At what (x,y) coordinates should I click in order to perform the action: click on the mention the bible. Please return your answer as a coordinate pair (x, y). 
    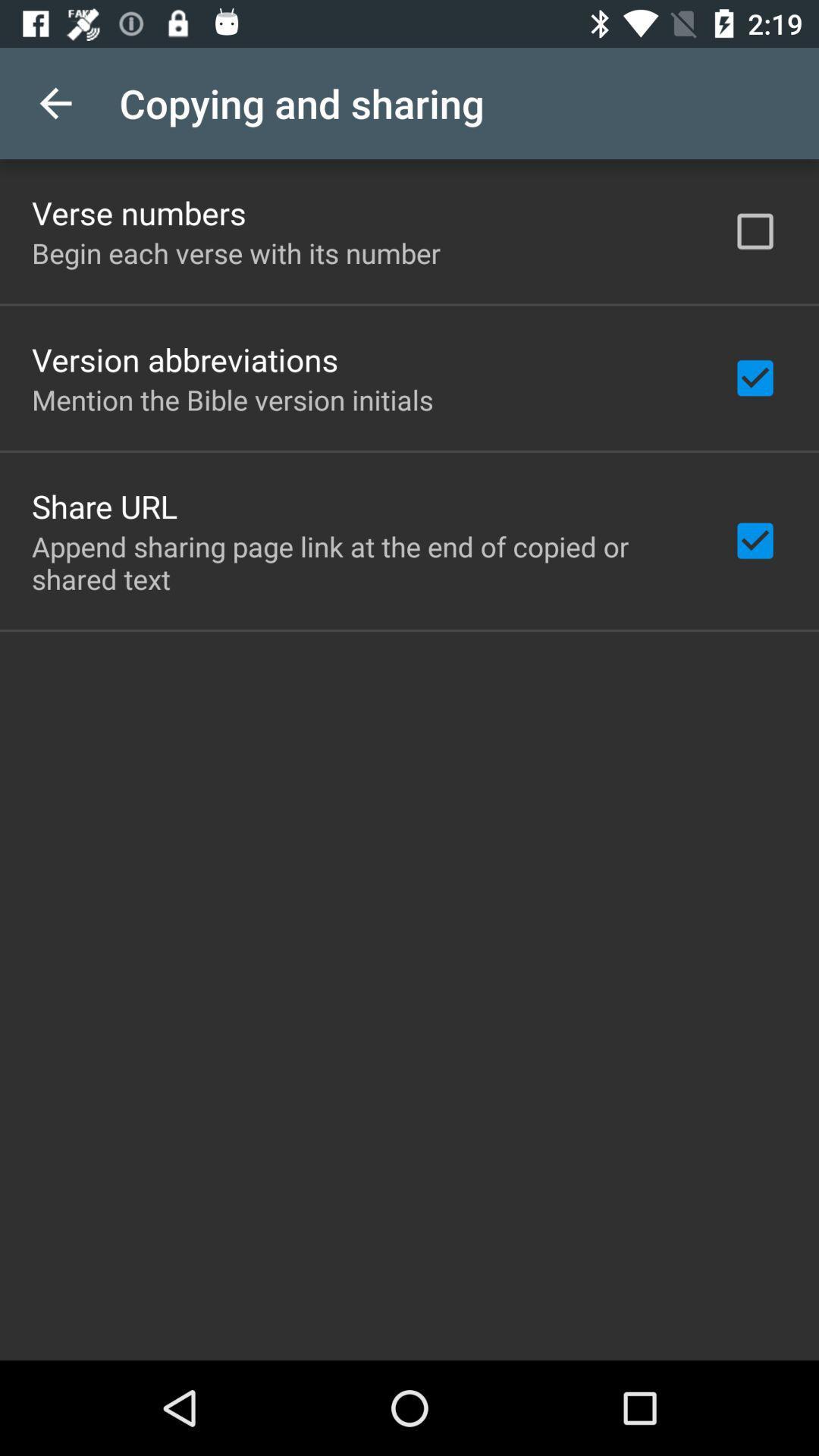
    Looking at the image, I should click on (232, 400).